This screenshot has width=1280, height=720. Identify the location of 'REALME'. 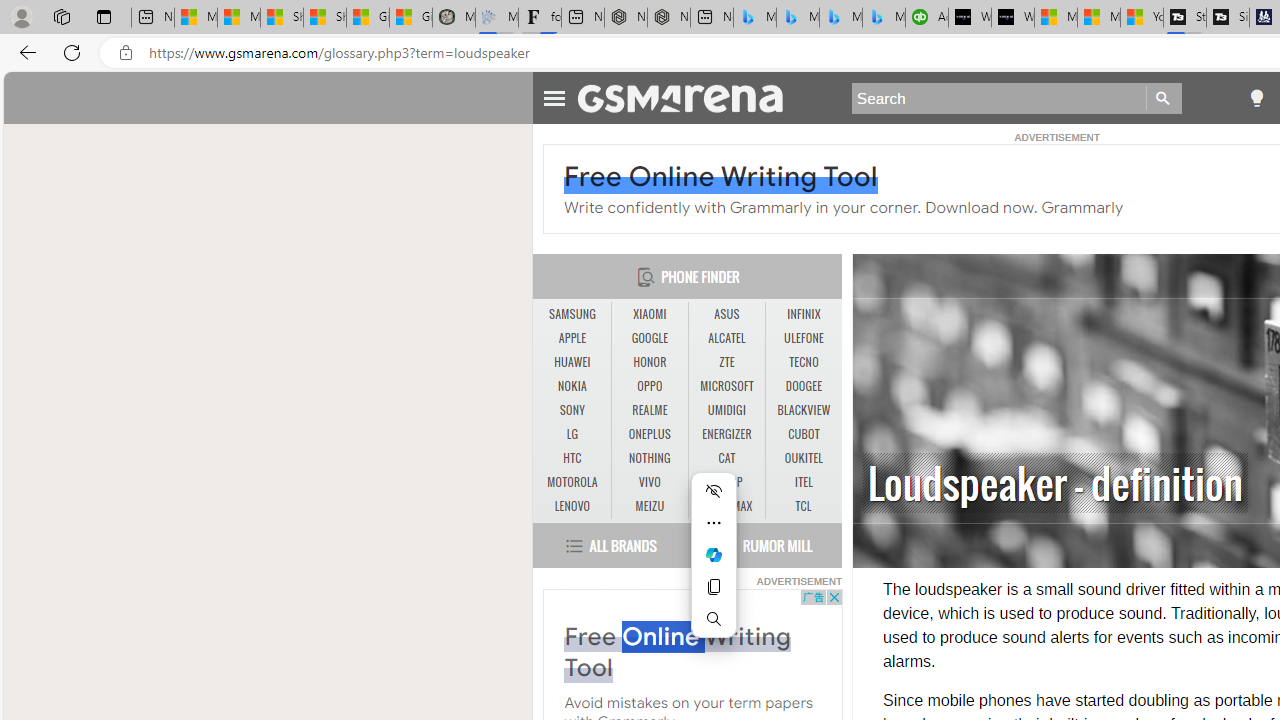
(650, 410).